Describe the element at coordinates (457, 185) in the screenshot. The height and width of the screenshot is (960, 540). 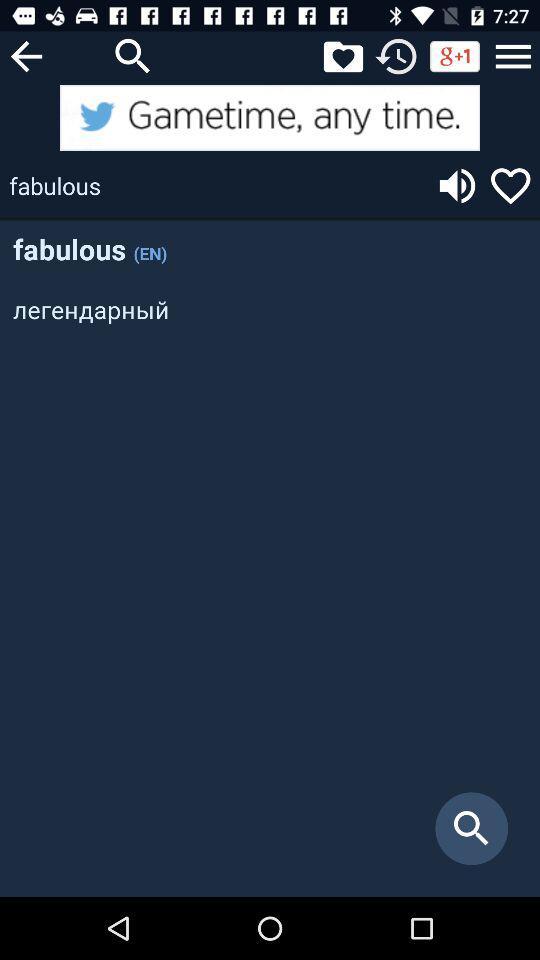
I see `open volume` at that location.